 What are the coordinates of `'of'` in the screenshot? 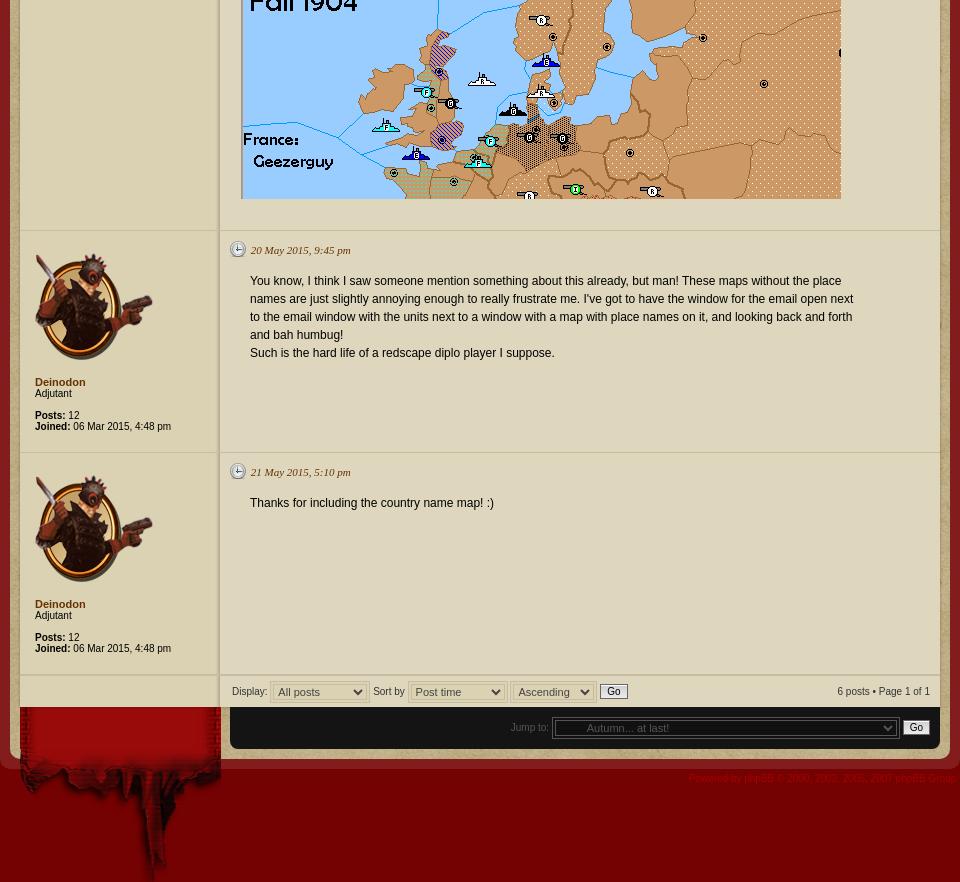 It's located at (916, 689).